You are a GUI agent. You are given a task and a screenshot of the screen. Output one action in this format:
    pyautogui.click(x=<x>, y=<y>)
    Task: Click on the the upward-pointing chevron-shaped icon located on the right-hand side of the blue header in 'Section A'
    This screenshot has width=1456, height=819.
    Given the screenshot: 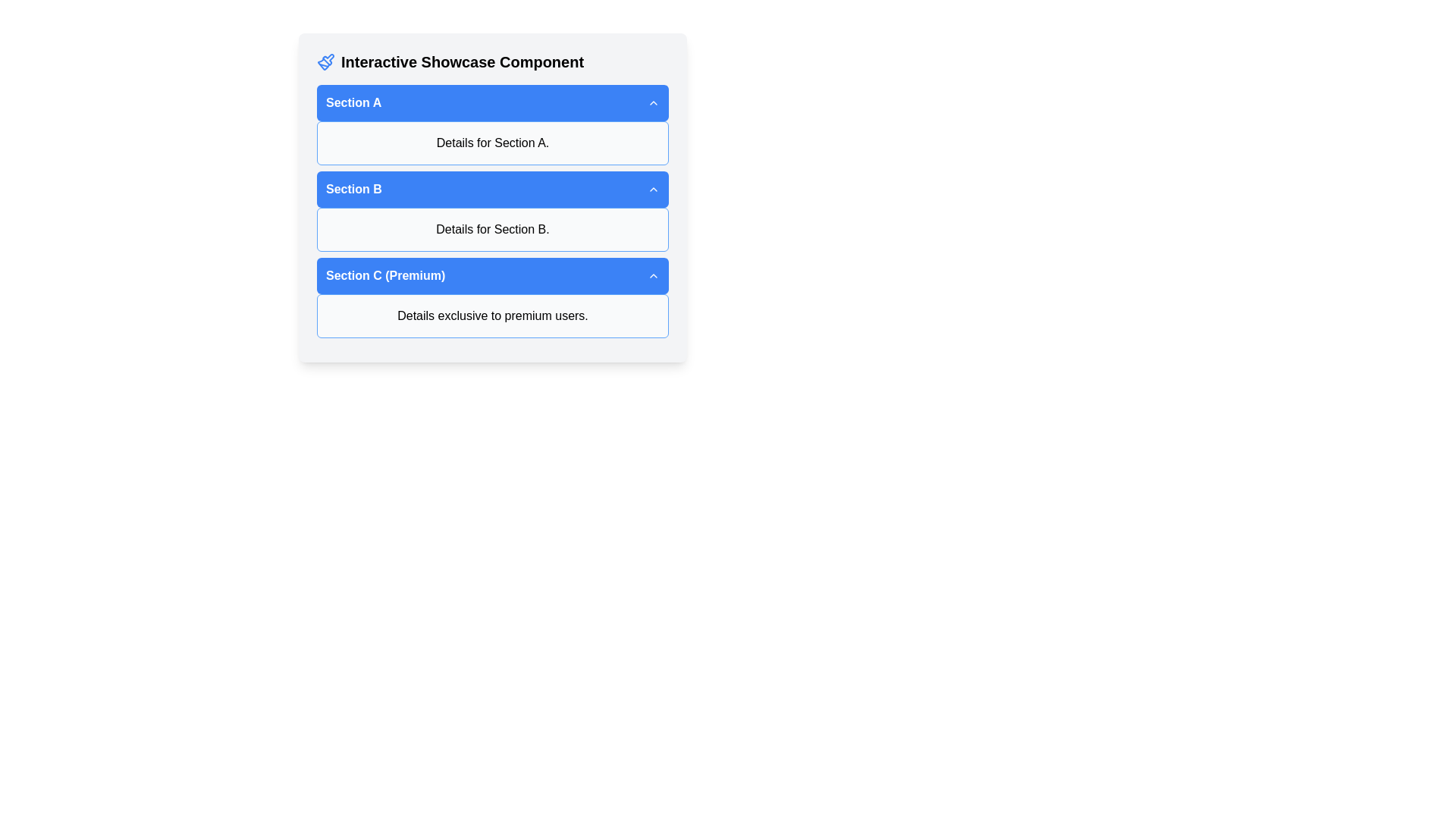 What is the action you would take?
    pyautogui.click(x=654, y=102)
    